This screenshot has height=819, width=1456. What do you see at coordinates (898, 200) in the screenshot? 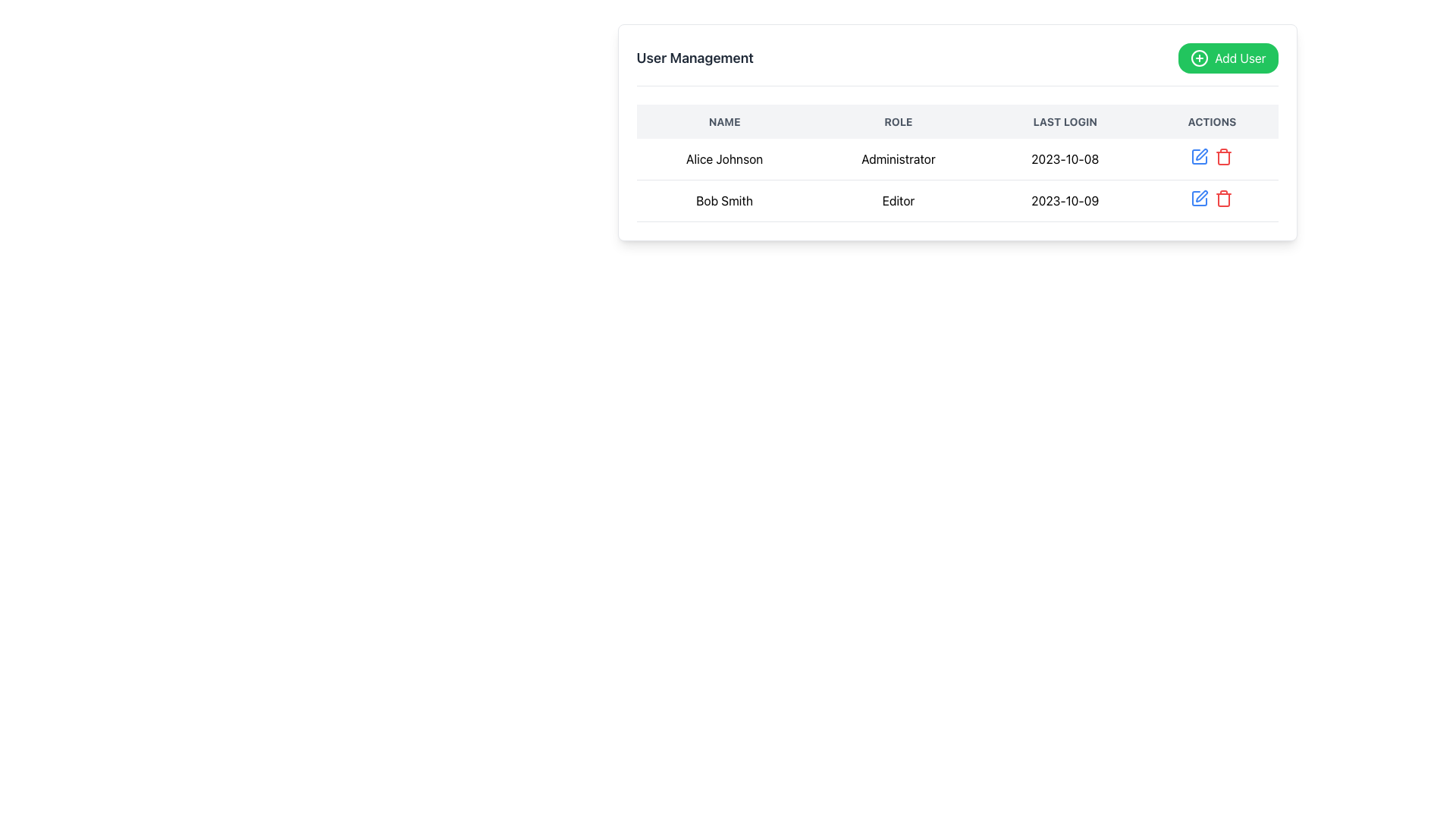
I see `the text label displaying the role description for the user 'Bob Smith' located in the second row under the 'Role' column` at bounding box center [898, 200].